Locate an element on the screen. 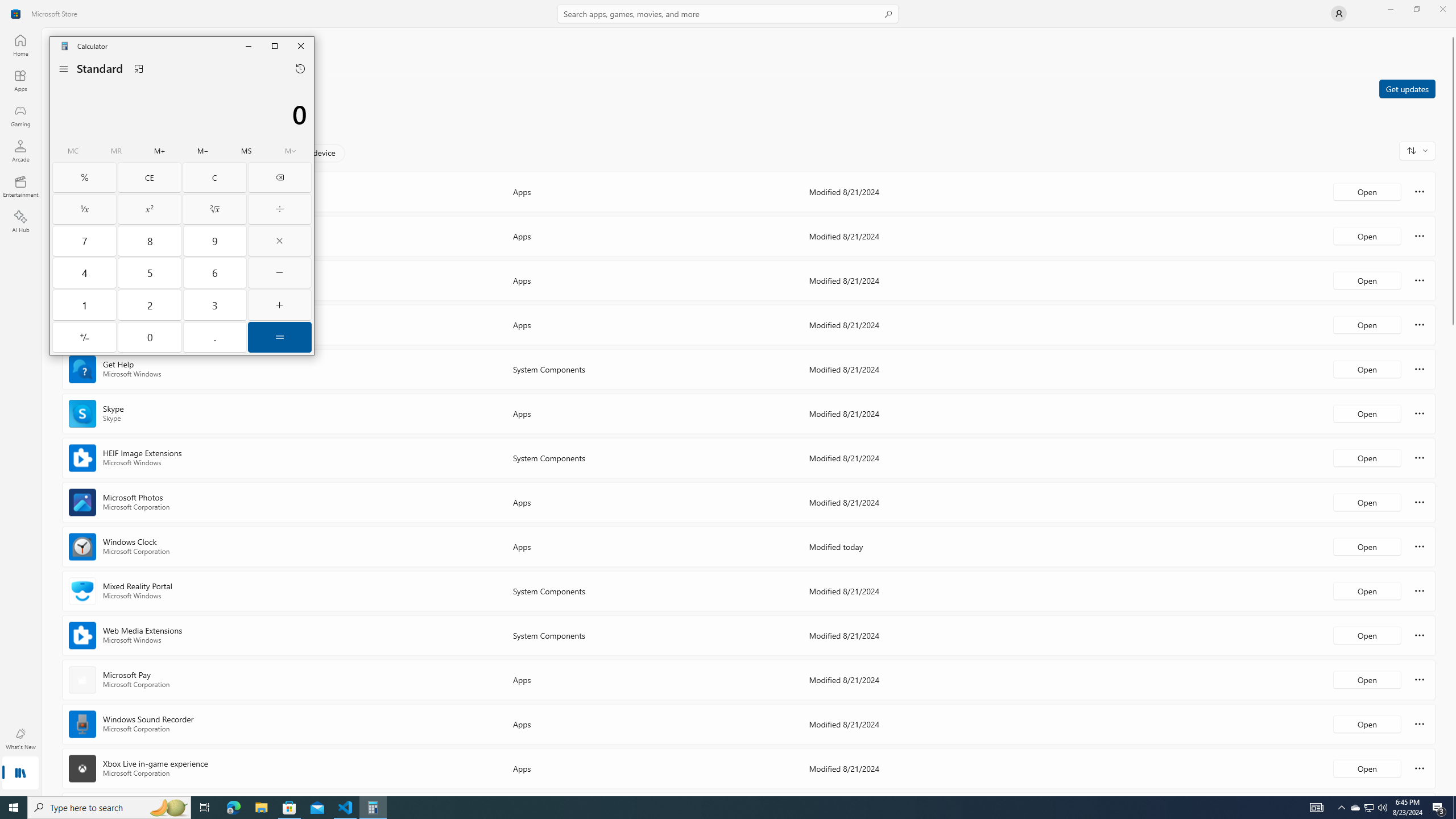 The image size is (1456, 819). 'Three' is located at coordinates (215, 305).